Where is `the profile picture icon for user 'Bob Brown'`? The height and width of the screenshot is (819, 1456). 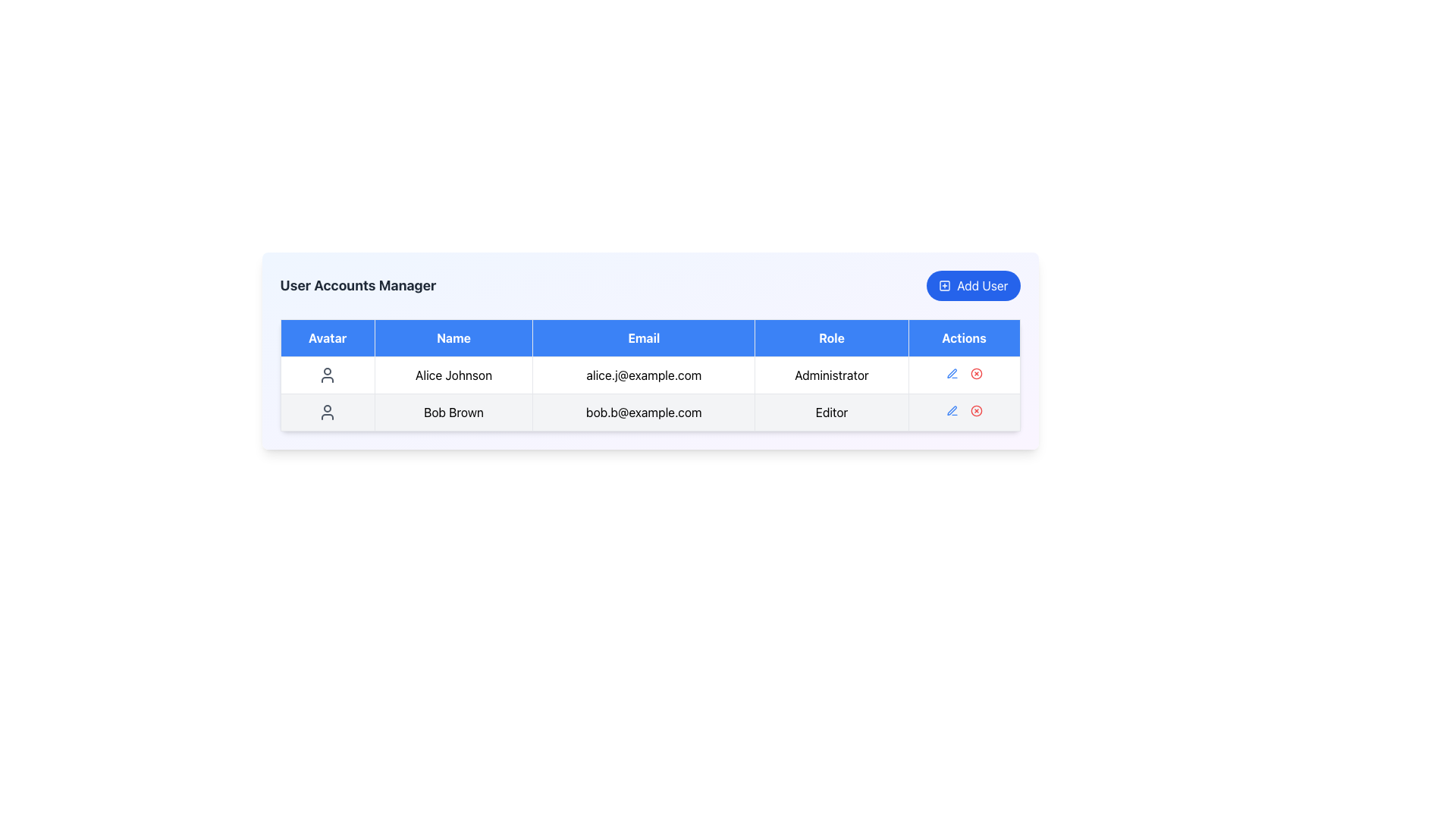
the profile picture icon for user 'Bob Brown' is located at coordinates (327, 412).